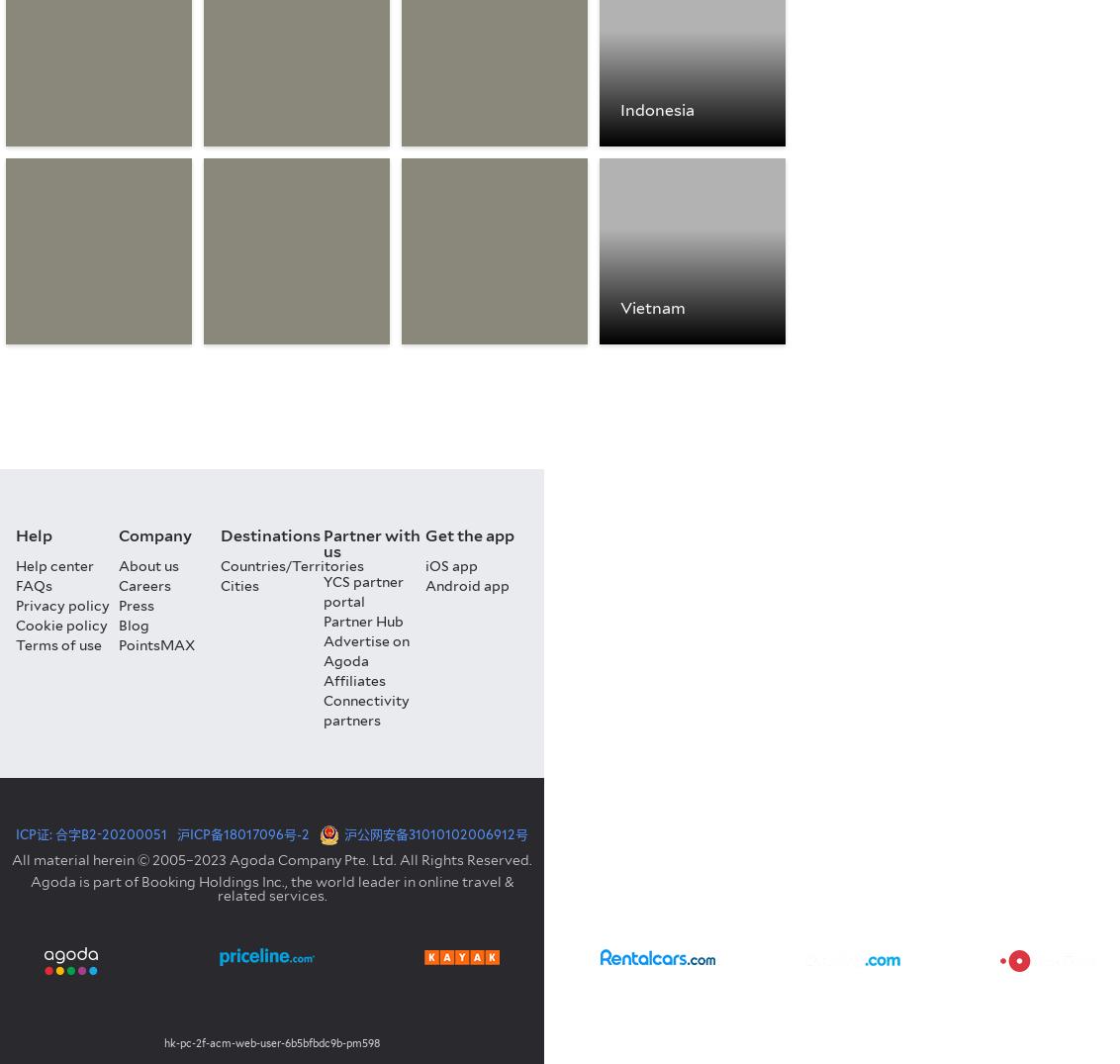  What do you see at coordinates (362, 591) in the screenshot?
I see `'YCS partner portal'` at bounding box center [362, 591].